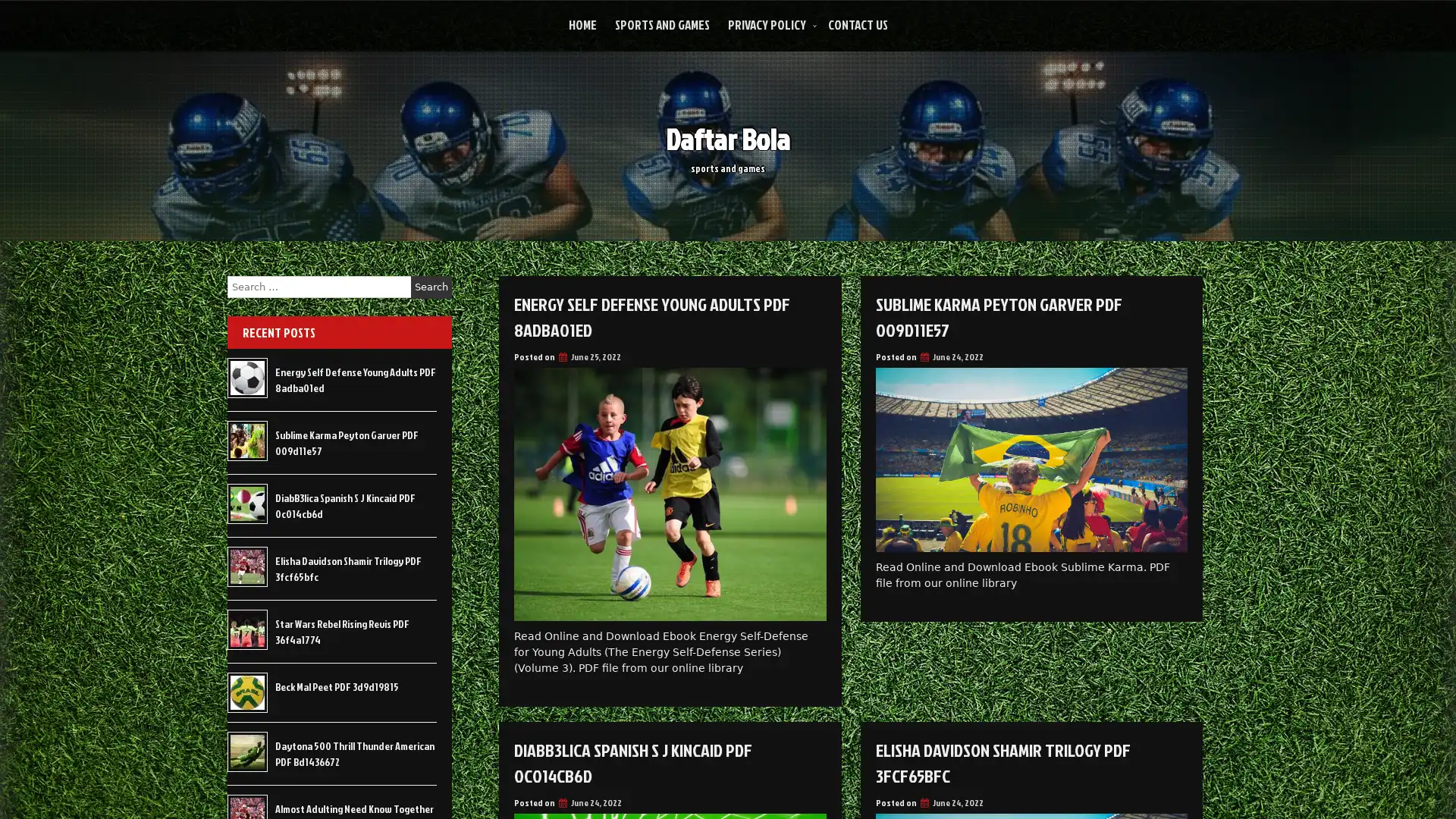 This screenshot has width=1456, height=819. I want to click on Search, so click(431, 287).